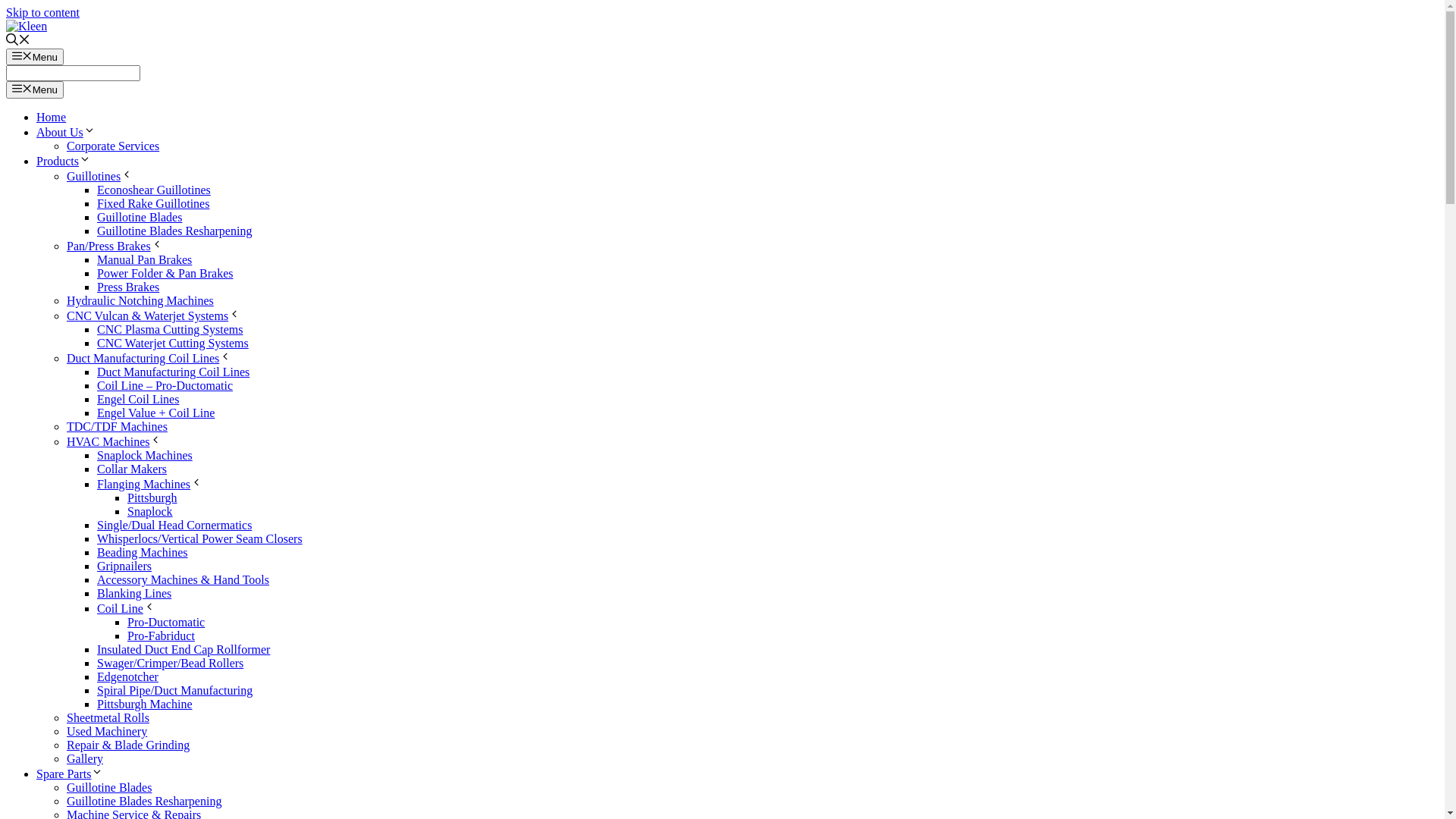 This screenshot has width=1456, height=819. I want to click on 'Snaplock', so click(149, 511).